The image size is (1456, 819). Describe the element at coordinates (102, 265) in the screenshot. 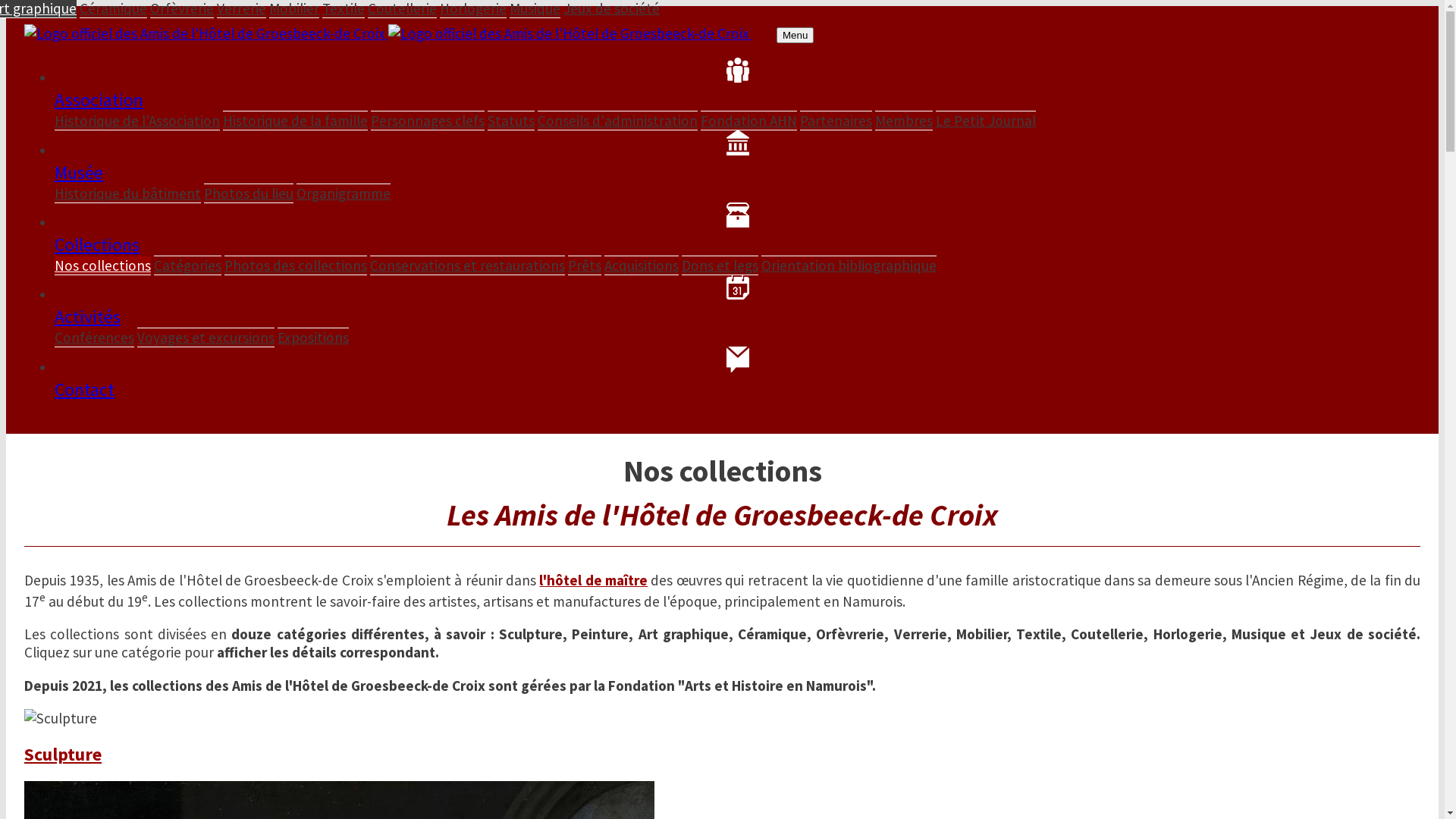

I see `'Nos collections'` at that location.